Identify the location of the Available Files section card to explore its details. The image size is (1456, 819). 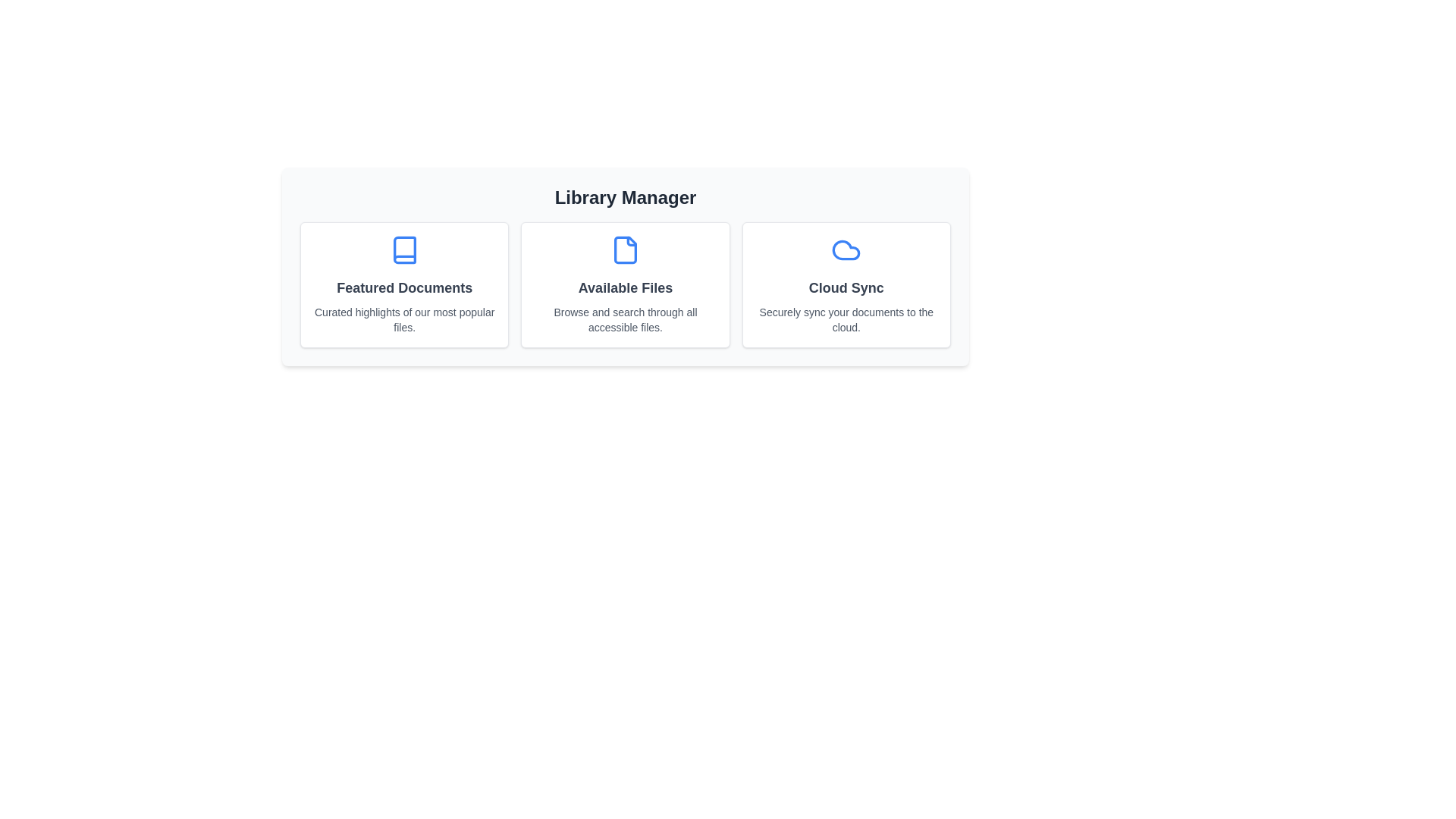
(626, 284).